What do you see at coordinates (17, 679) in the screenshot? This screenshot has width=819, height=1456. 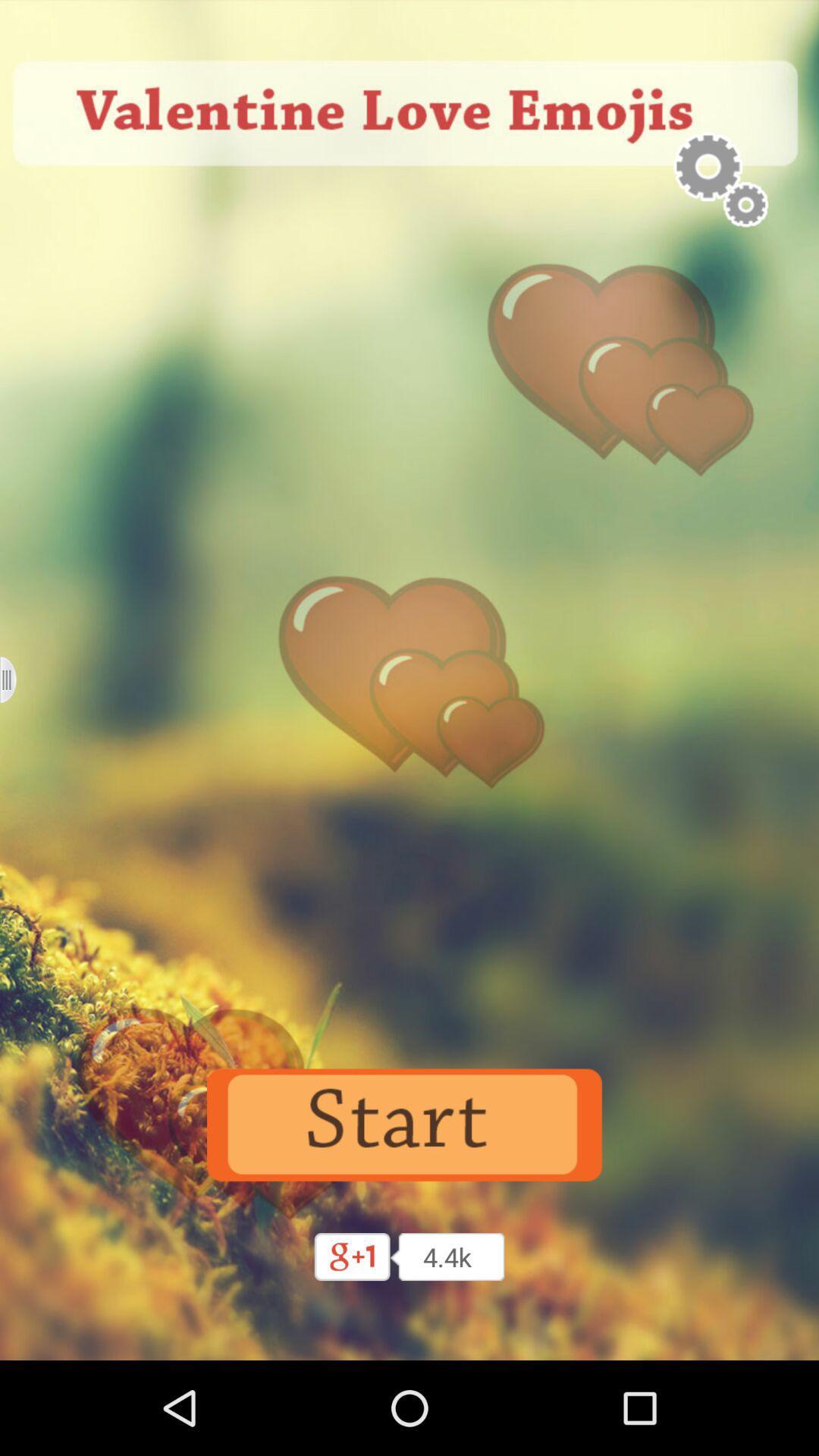 I see `pane` at bounding box center [17, 679].